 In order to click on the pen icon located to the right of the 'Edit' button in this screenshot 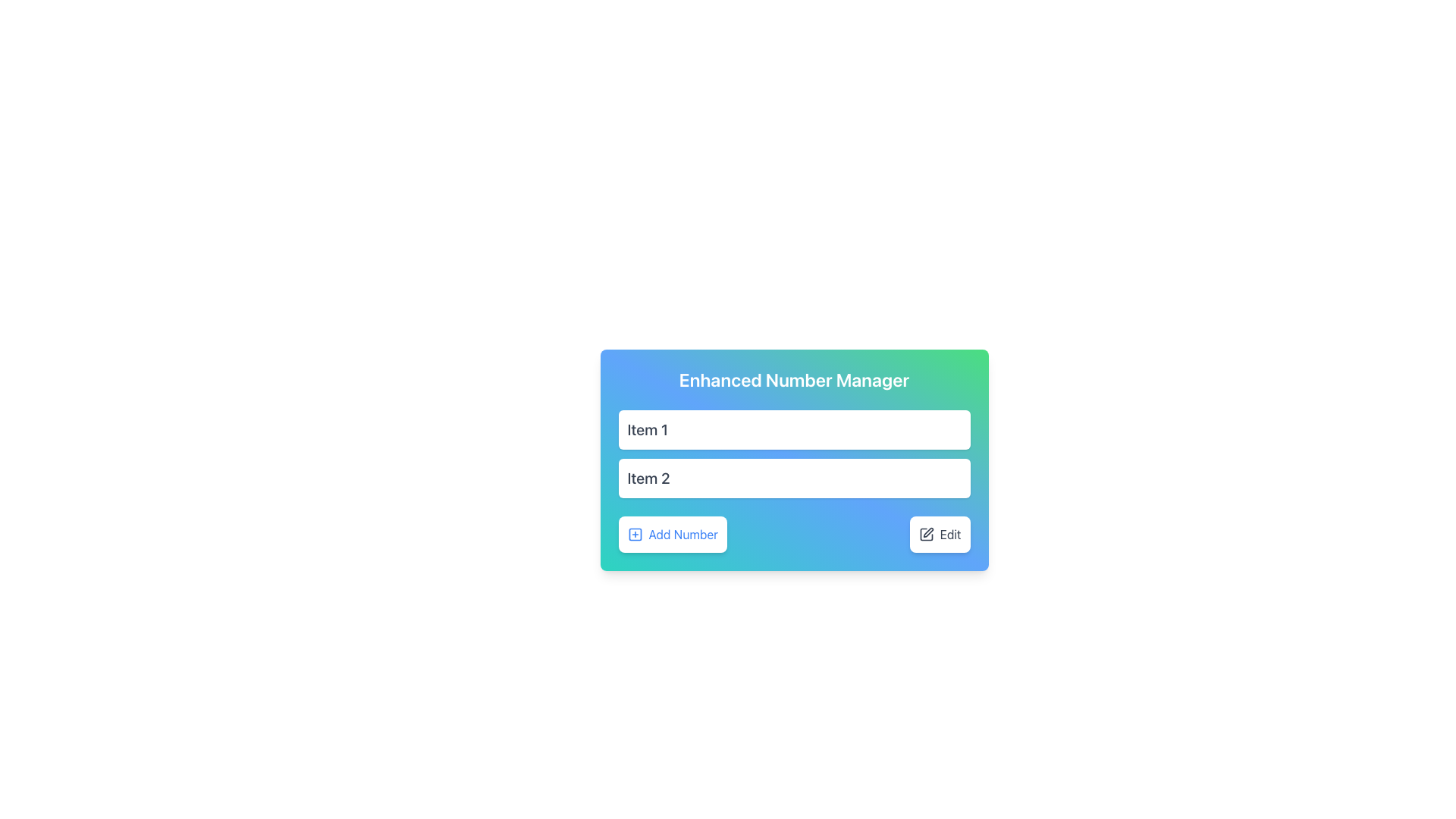, I will do `click(925, 534)`.